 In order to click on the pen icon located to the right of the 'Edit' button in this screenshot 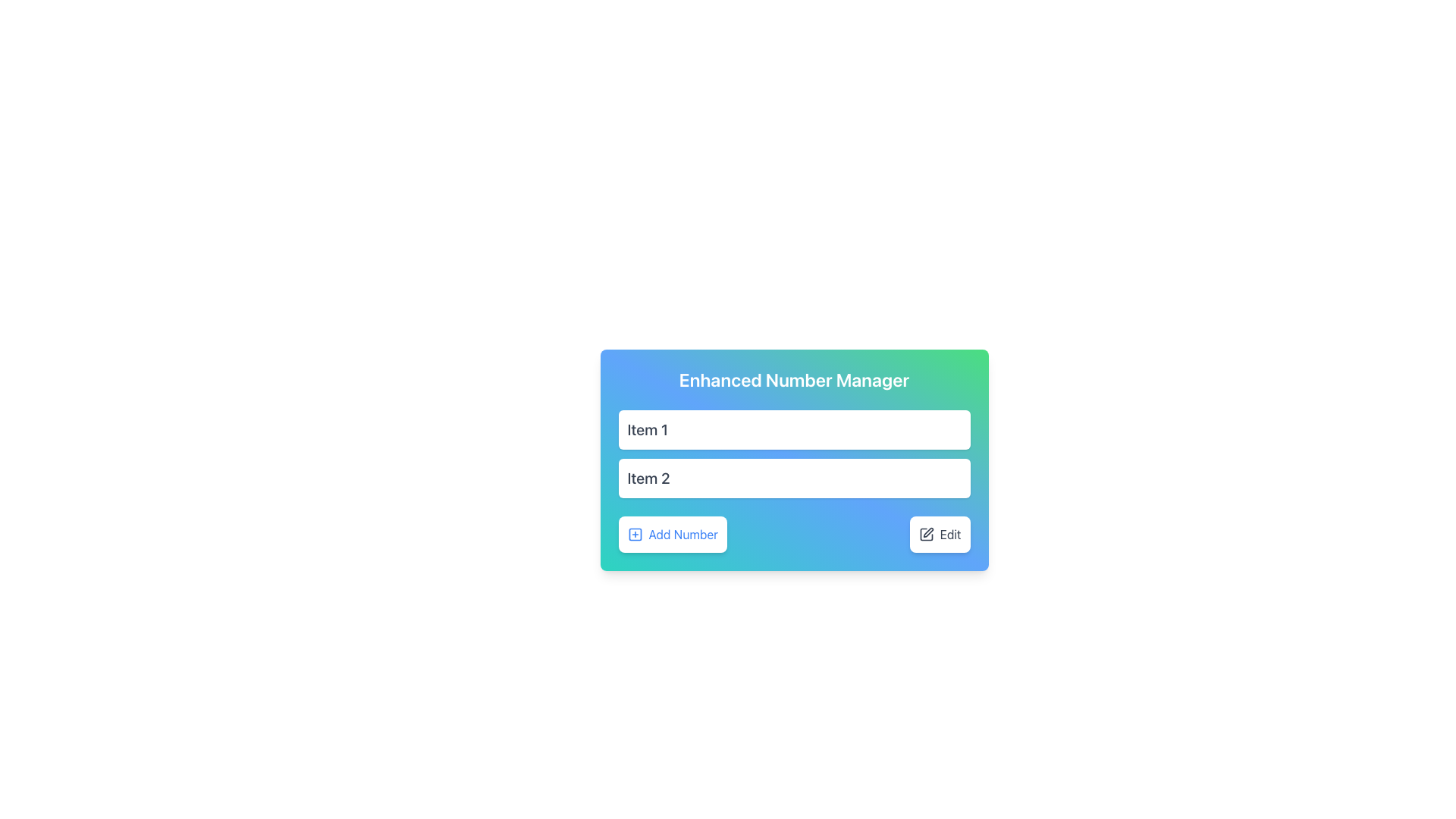, I will do `click(925, 534)`.